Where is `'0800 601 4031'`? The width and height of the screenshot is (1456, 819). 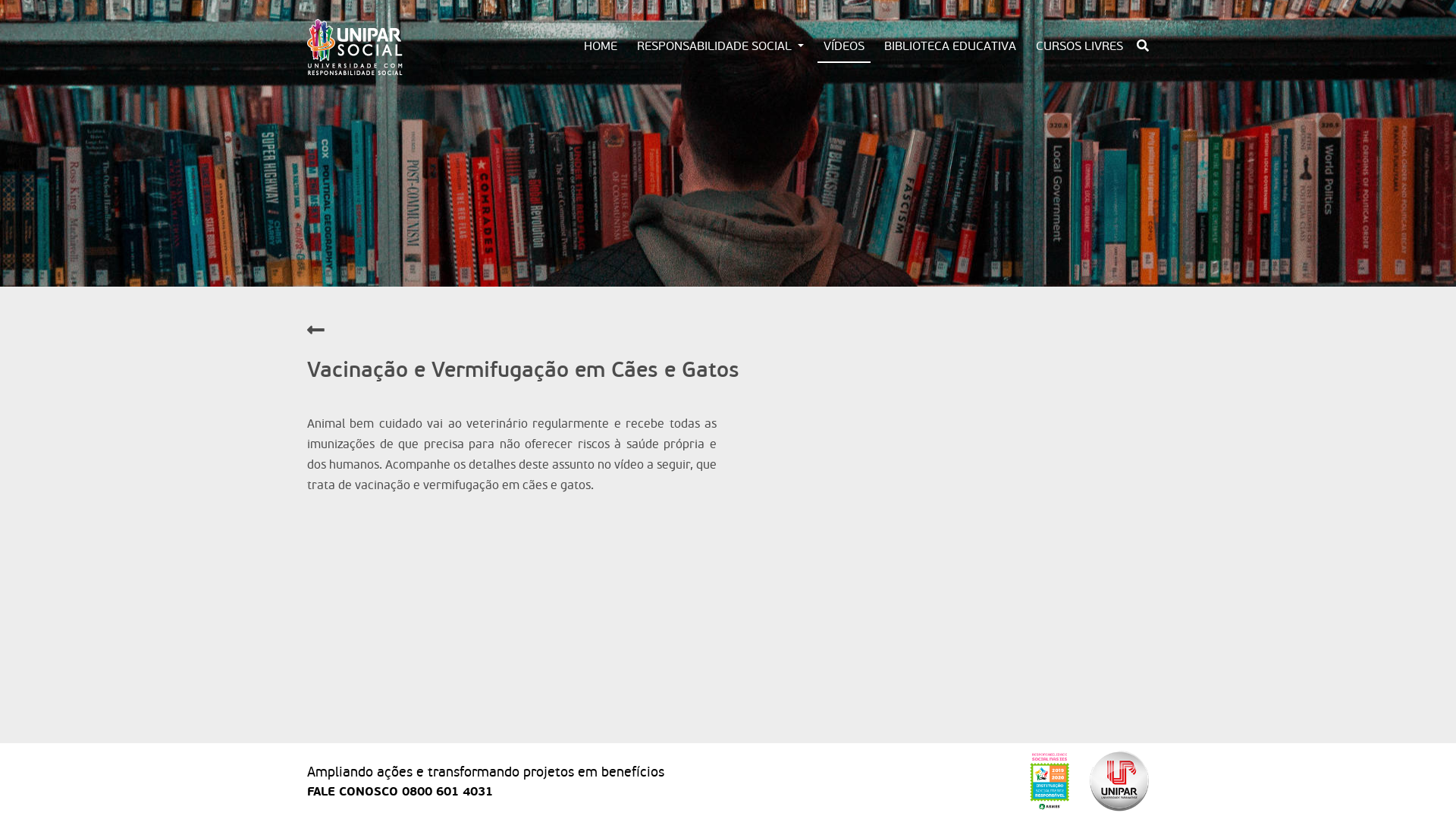 '0800 601 4031' is located at coordinates (447, 791).